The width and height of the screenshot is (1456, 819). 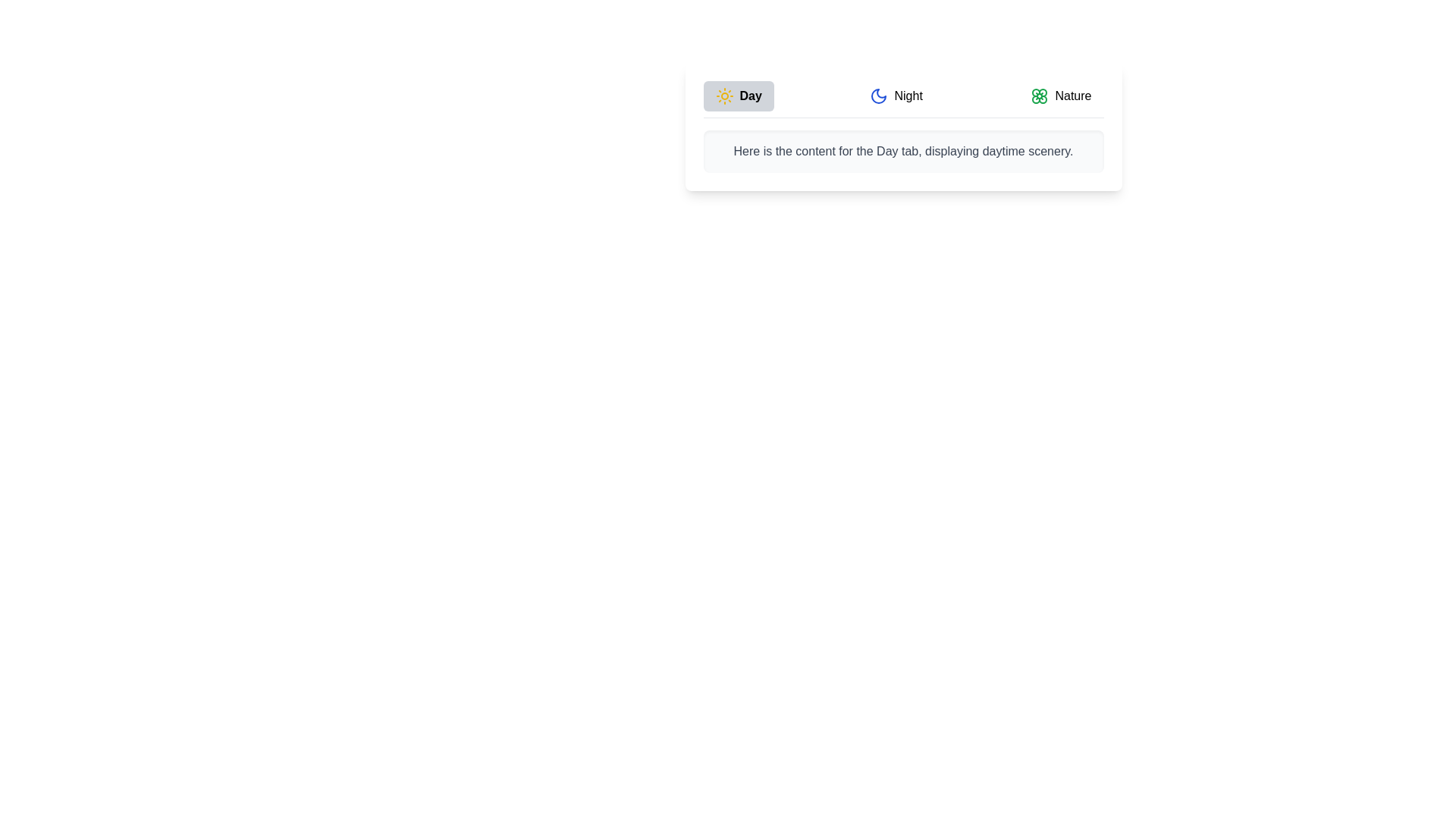 I want to click on the Night tab to activate it, so click(x=896, y=96).